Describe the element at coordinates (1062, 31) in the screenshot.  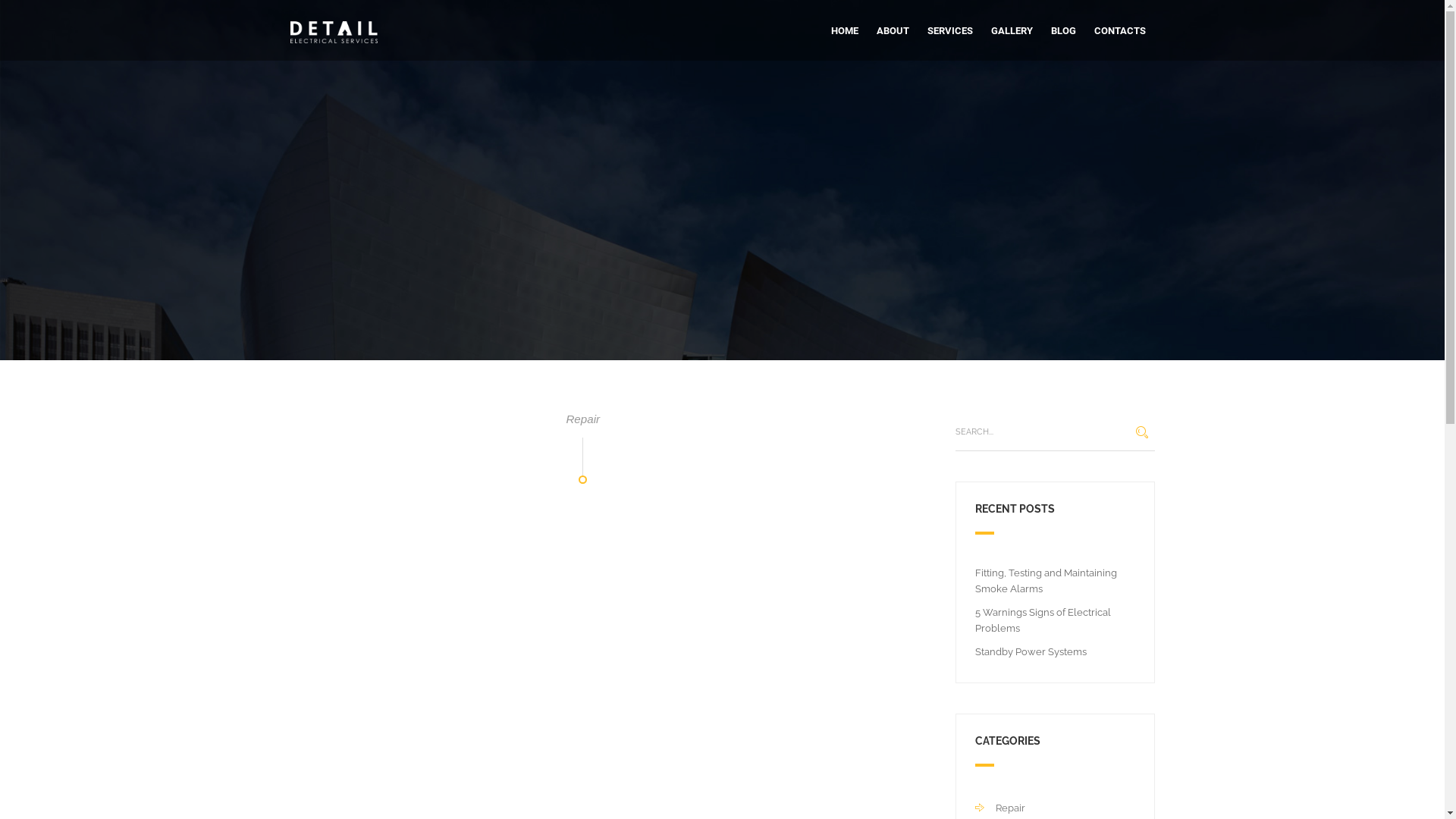
I see `'BLOG'` at that location.